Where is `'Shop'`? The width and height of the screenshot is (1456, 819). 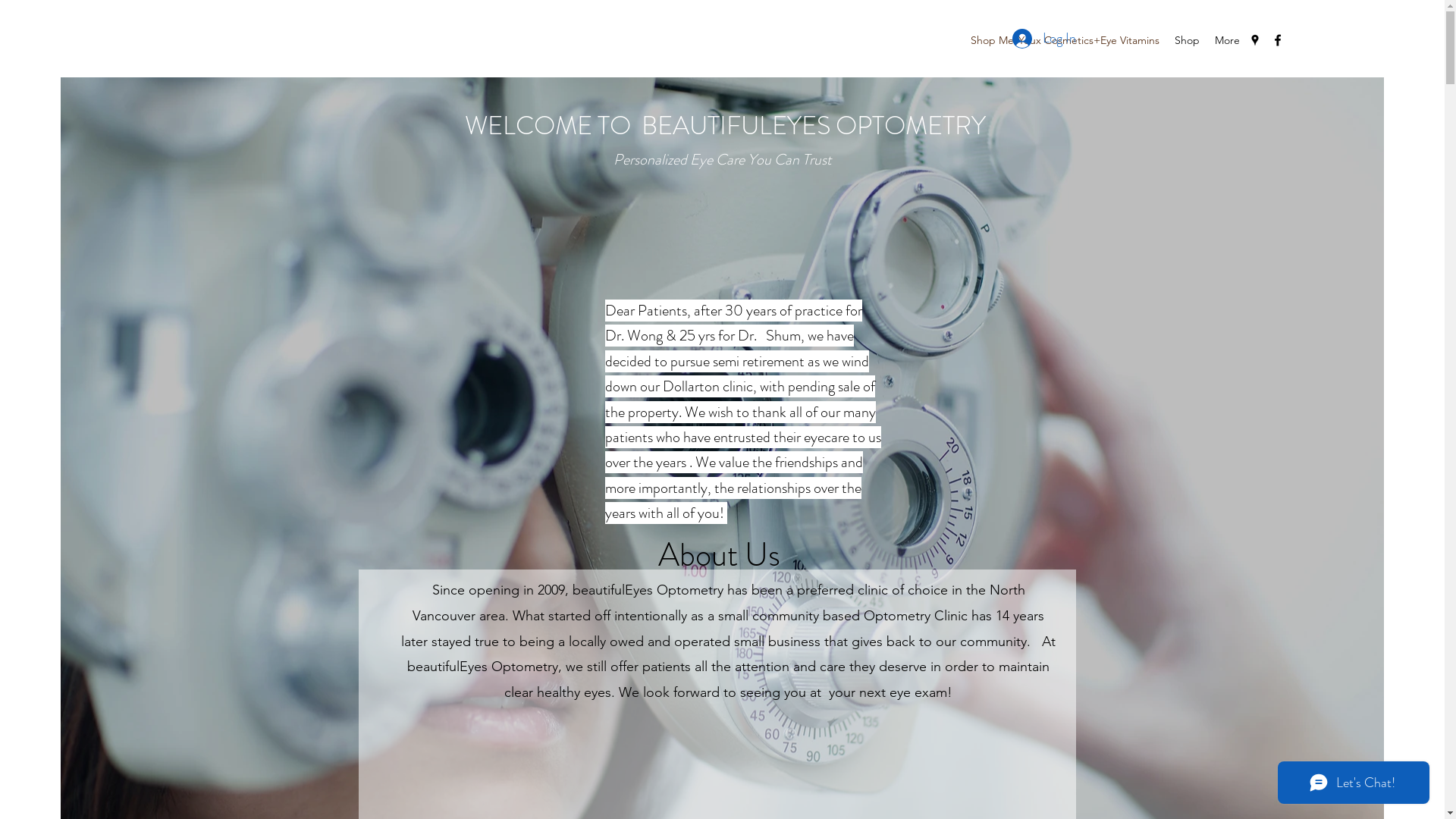 'Shop' is located at coordinates (1186, 39).